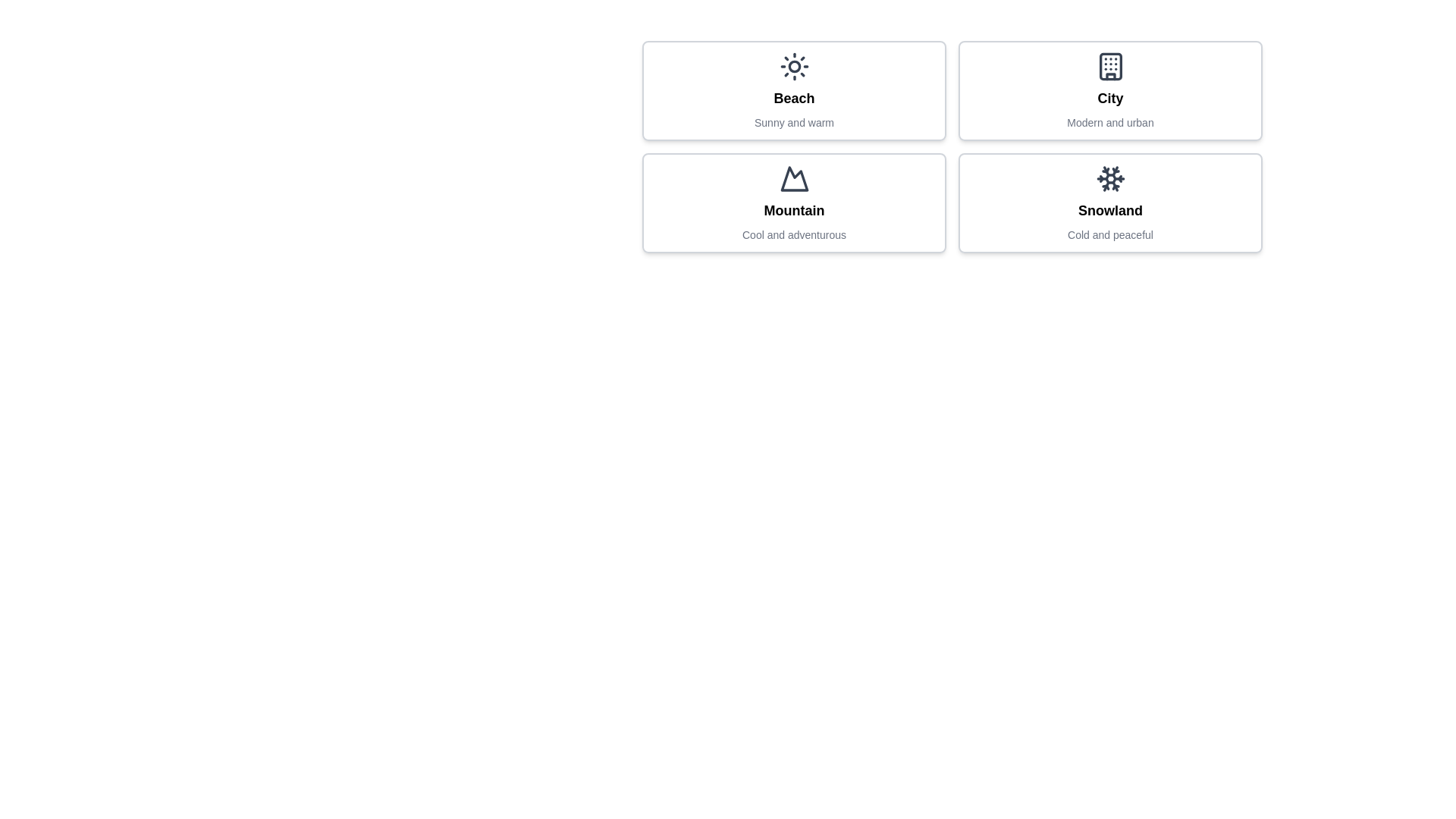 This screenshot has height=819, width=1456. Describe the element at coordinates (1110, 177) in the screenshot. I see `the snowflake icon at the top center of the 'Snowland' card` at that location.